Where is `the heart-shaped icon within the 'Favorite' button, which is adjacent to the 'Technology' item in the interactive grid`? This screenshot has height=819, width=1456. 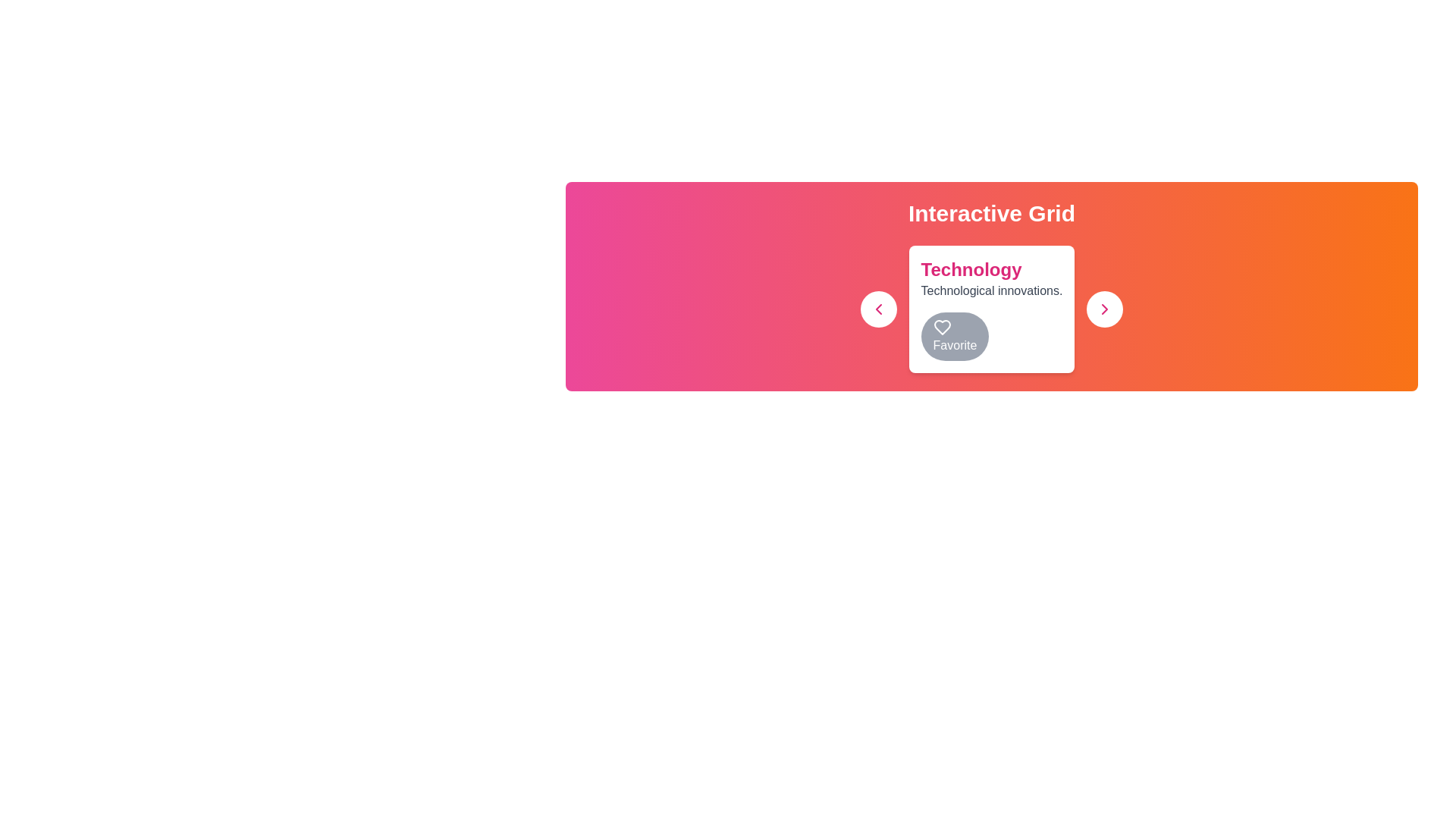
the heart-shaped icon within the 'Favorite' button, which is adjacent to the 'Technology' item in the interactive grid is located at coordinates (941, 327).